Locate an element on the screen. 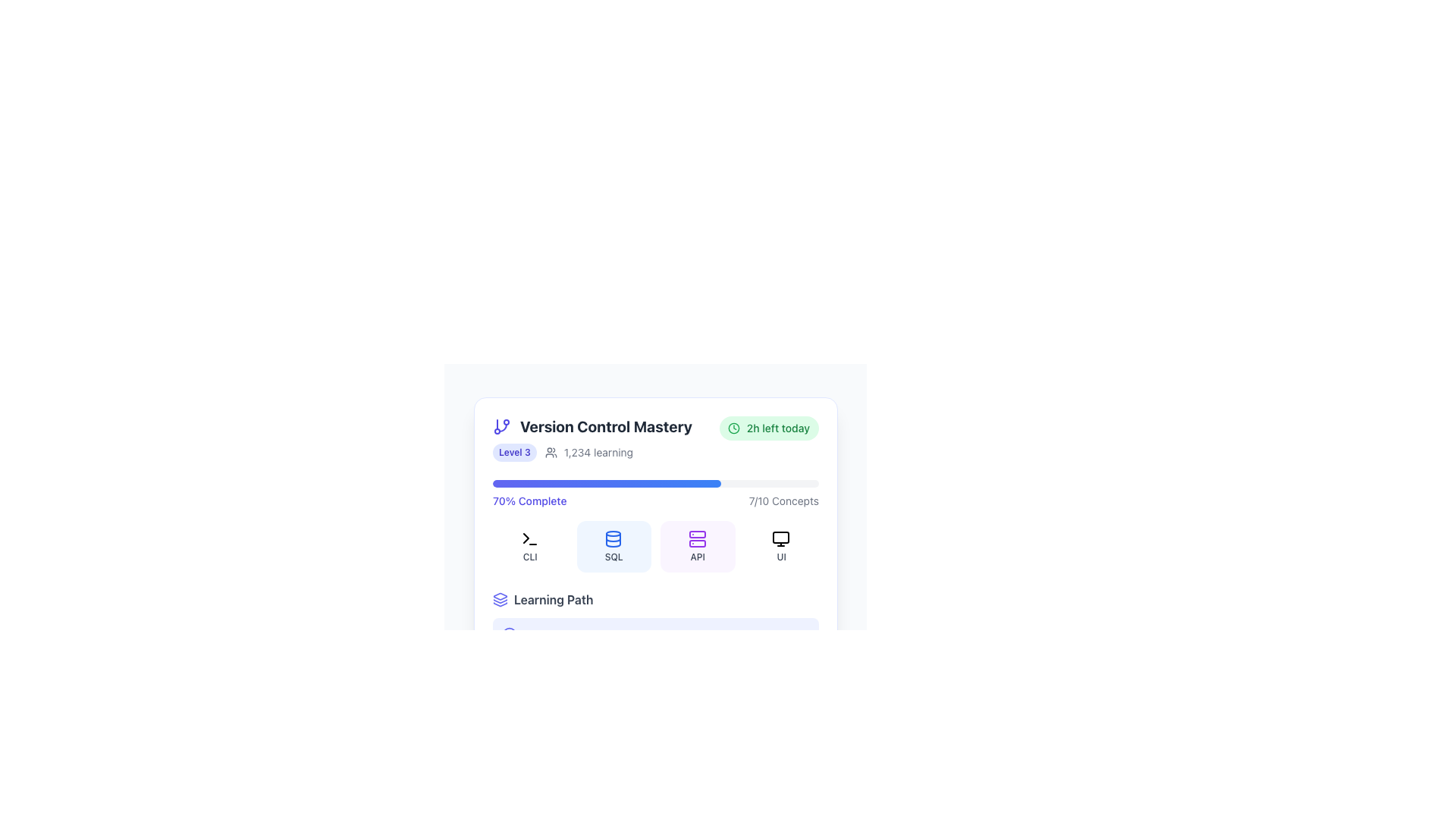  the small triangular chevron shape, which is the leftmost part of the terminal icon, to interact with the terminal functionality is located at coordinates (526, 537).